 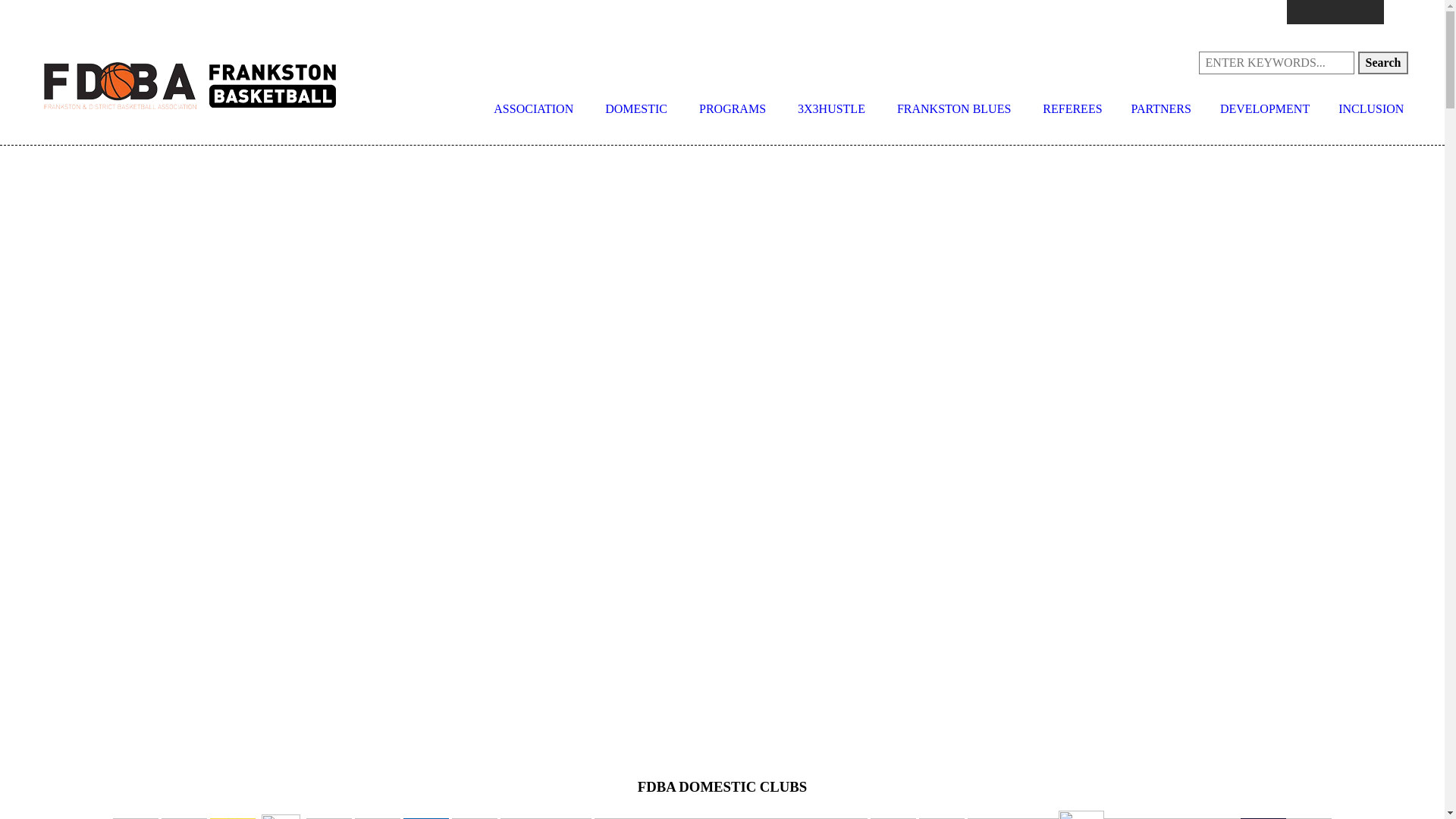 What do you see at coordinates (1371, 108) in the screenshot?
I see `'INCLUSION'` at bounding box center [1371, 108].